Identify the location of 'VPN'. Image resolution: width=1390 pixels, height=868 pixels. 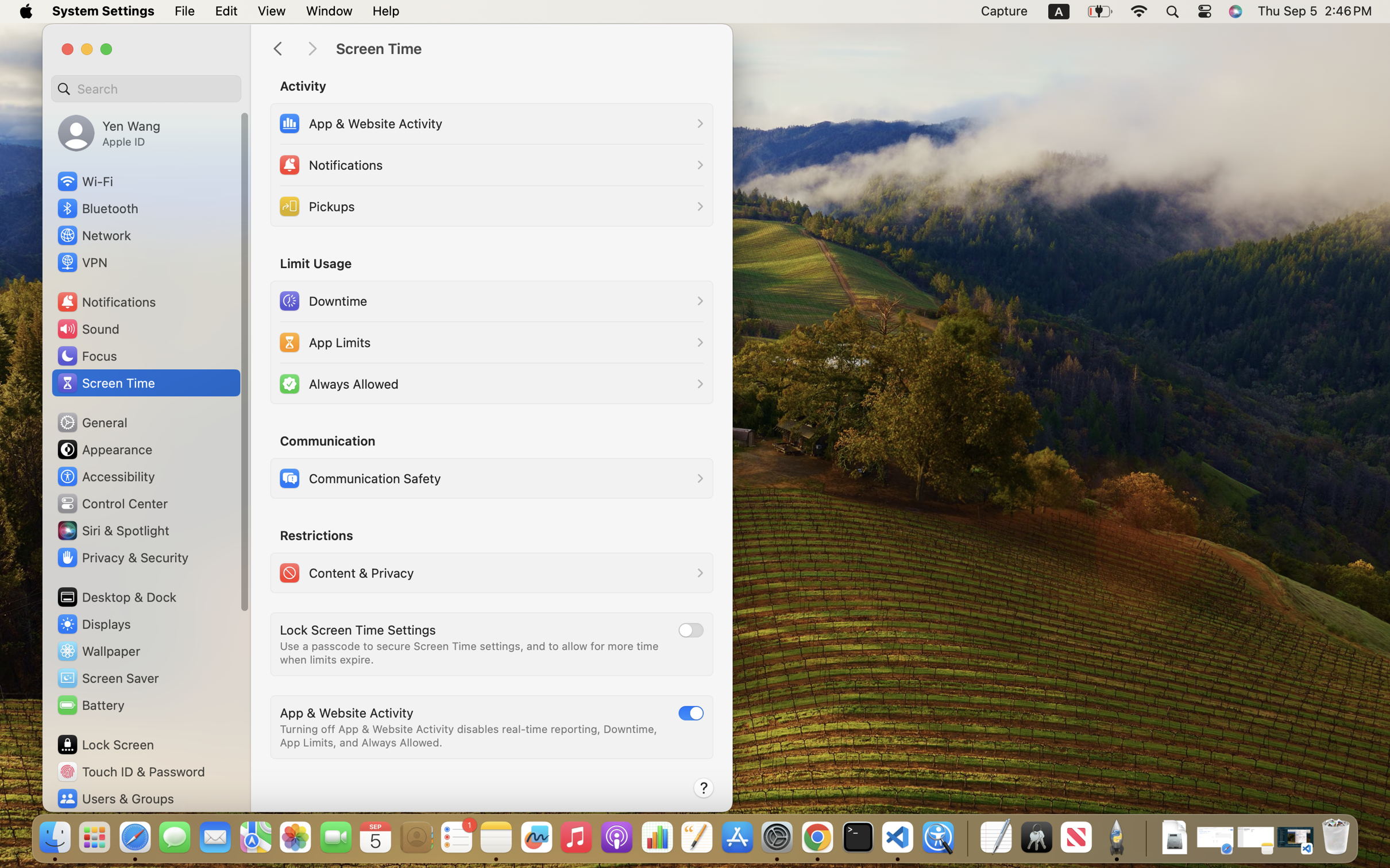
(81, 262).